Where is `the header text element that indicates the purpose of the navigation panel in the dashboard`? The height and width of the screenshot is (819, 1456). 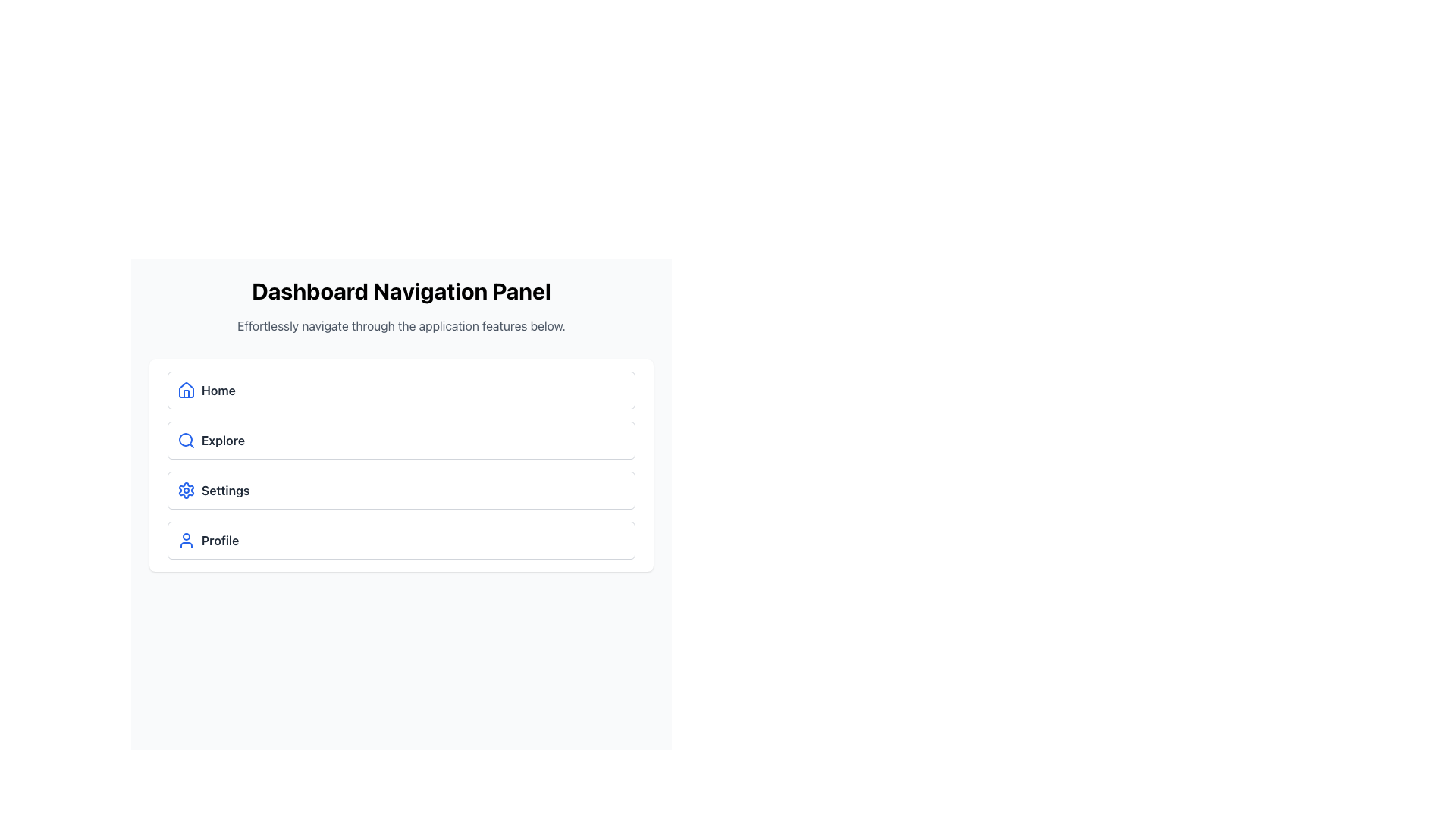
the header text element that indicates the purpose of the navigation panel in the dashboard is located at coordinates (401, 291).